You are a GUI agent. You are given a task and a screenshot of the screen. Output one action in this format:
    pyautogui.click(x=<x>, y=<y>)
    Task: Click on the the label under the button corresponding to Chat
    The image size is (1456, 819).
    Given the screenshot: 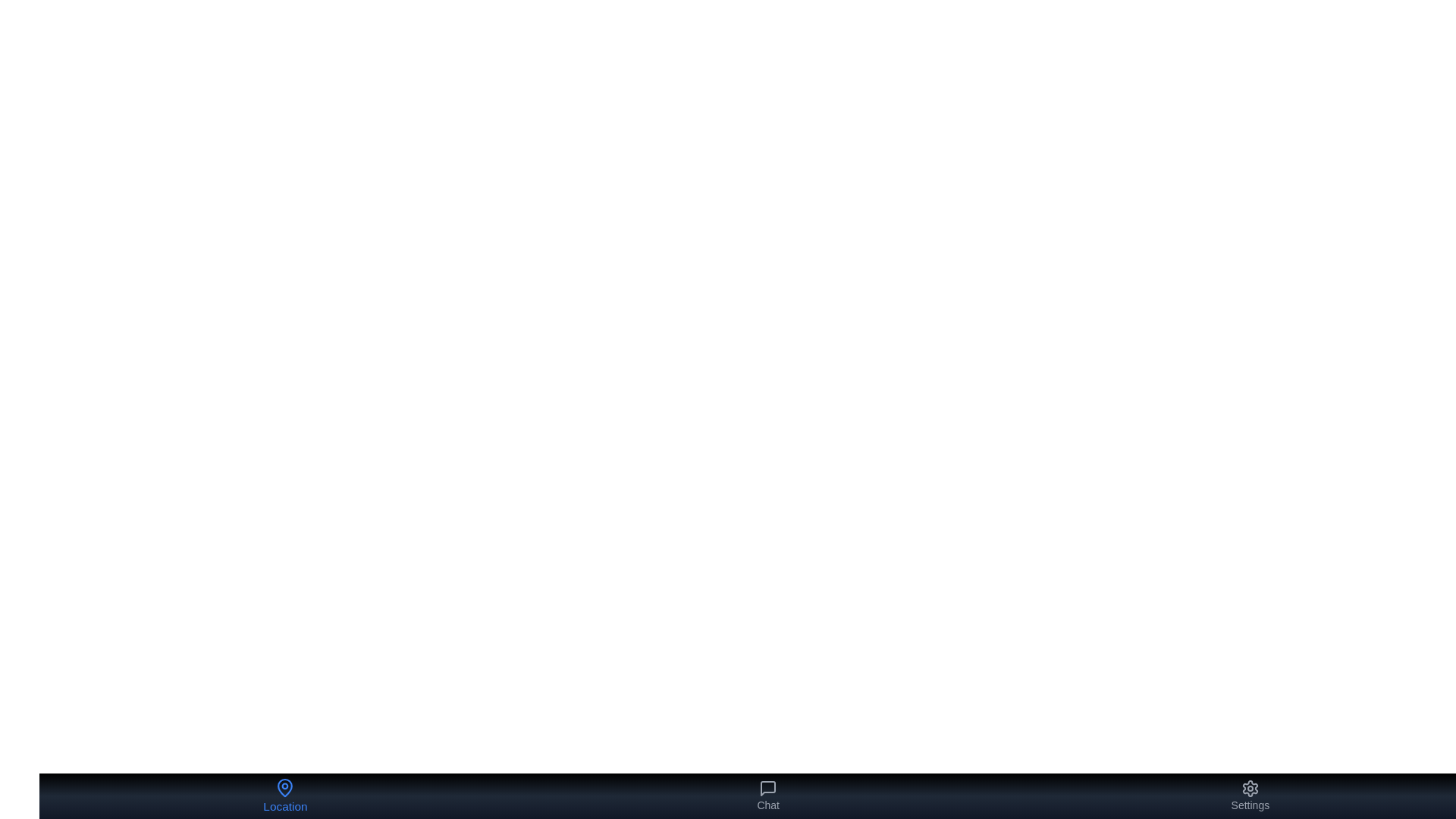 What is the action you would take?
    pyautogui.click(x=768, y=804)
    